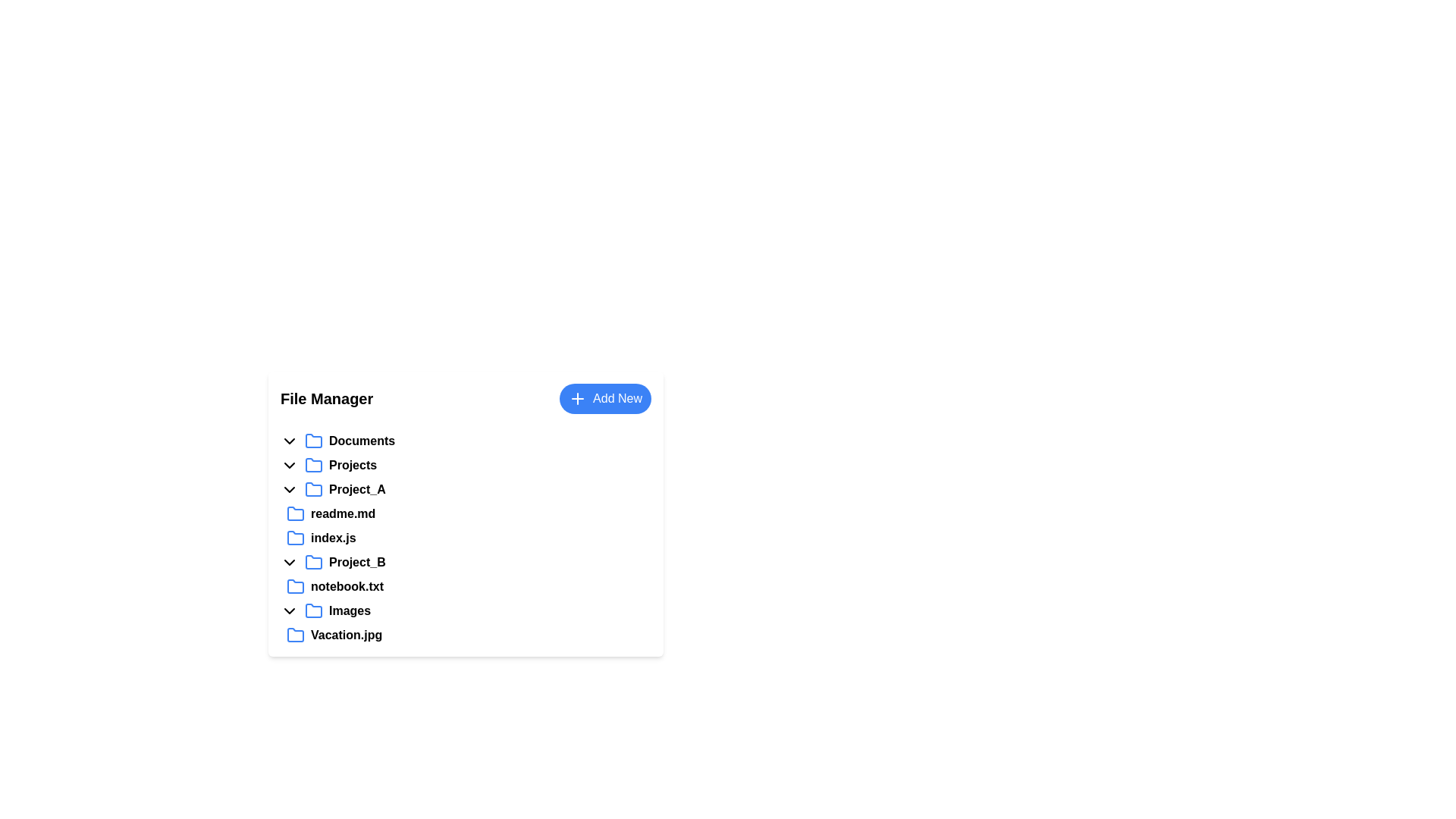  I want to click on the 'Project_A' label, so click(356, 489).